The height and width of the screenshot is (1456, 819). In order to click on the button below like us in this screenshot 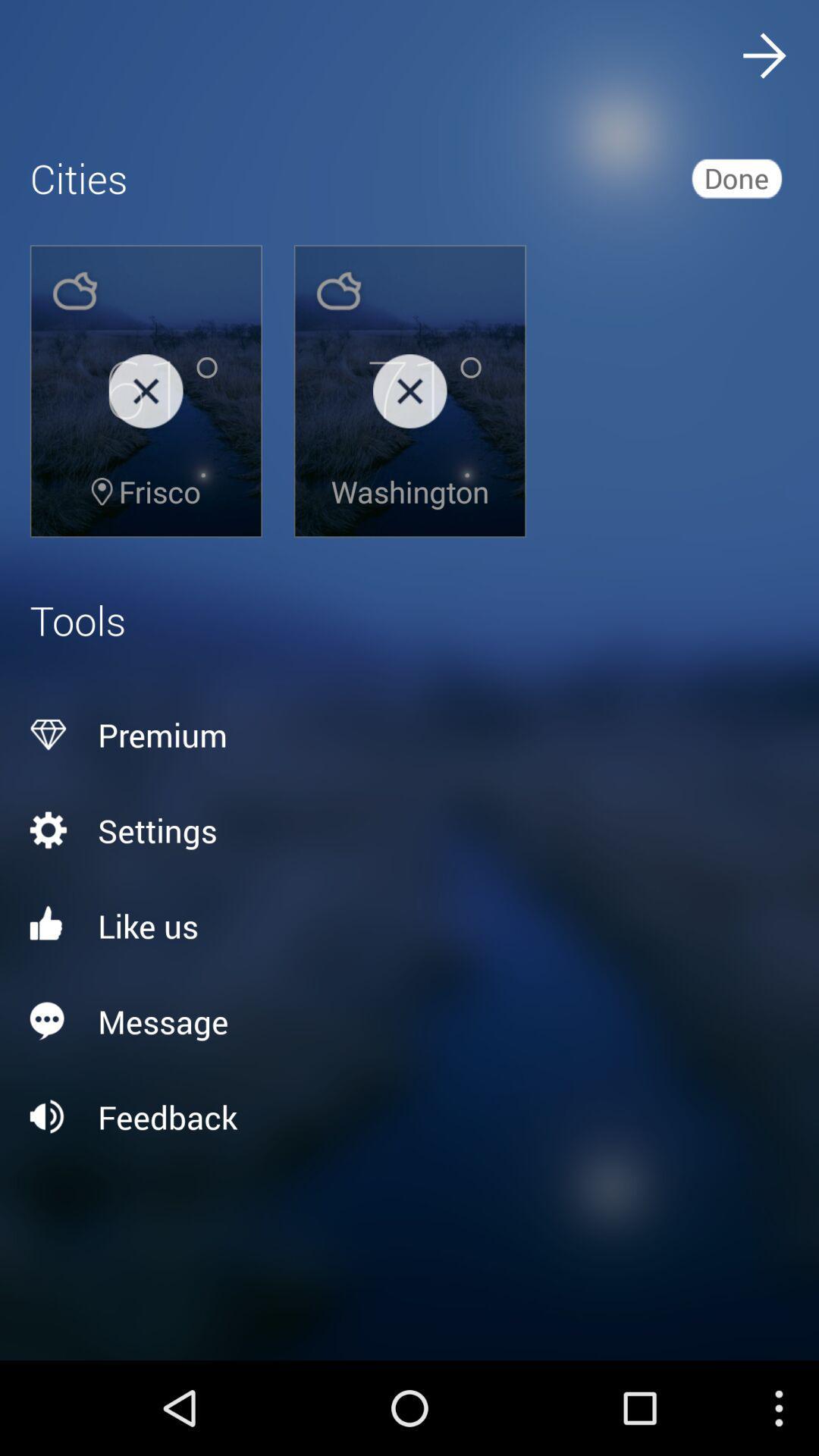, I will do `click(409, 1021)`.